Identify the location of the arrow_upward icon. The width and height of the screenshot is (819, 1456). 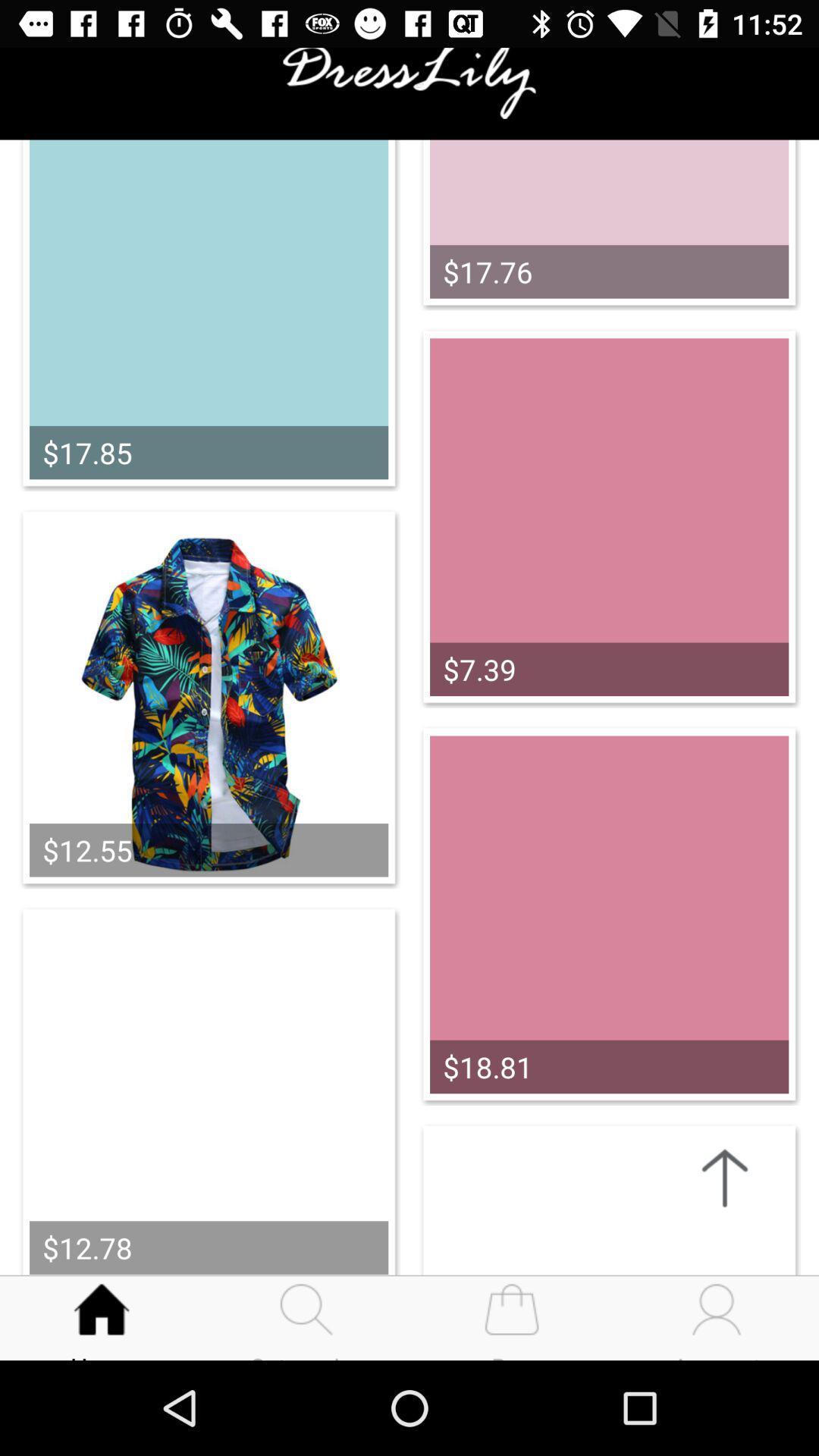
(723, 1177).